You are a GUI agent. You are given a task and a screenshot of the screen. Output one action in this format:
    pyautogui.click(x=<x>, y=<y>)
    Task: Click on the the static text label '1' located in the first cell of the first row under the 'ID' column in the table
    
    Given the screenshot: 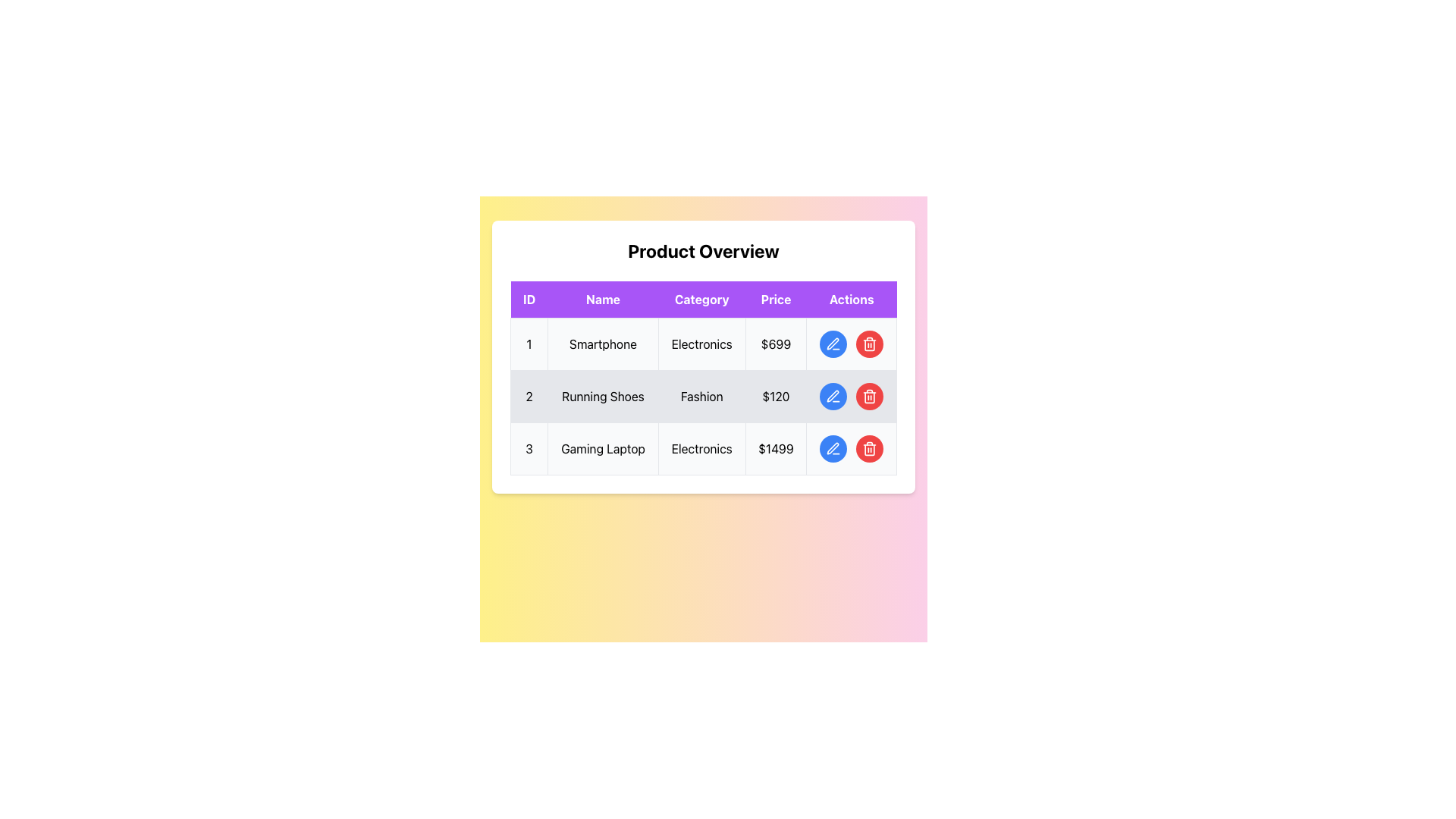 What is the action you would take?
    pyautogui.click(x=529, y=344)
    